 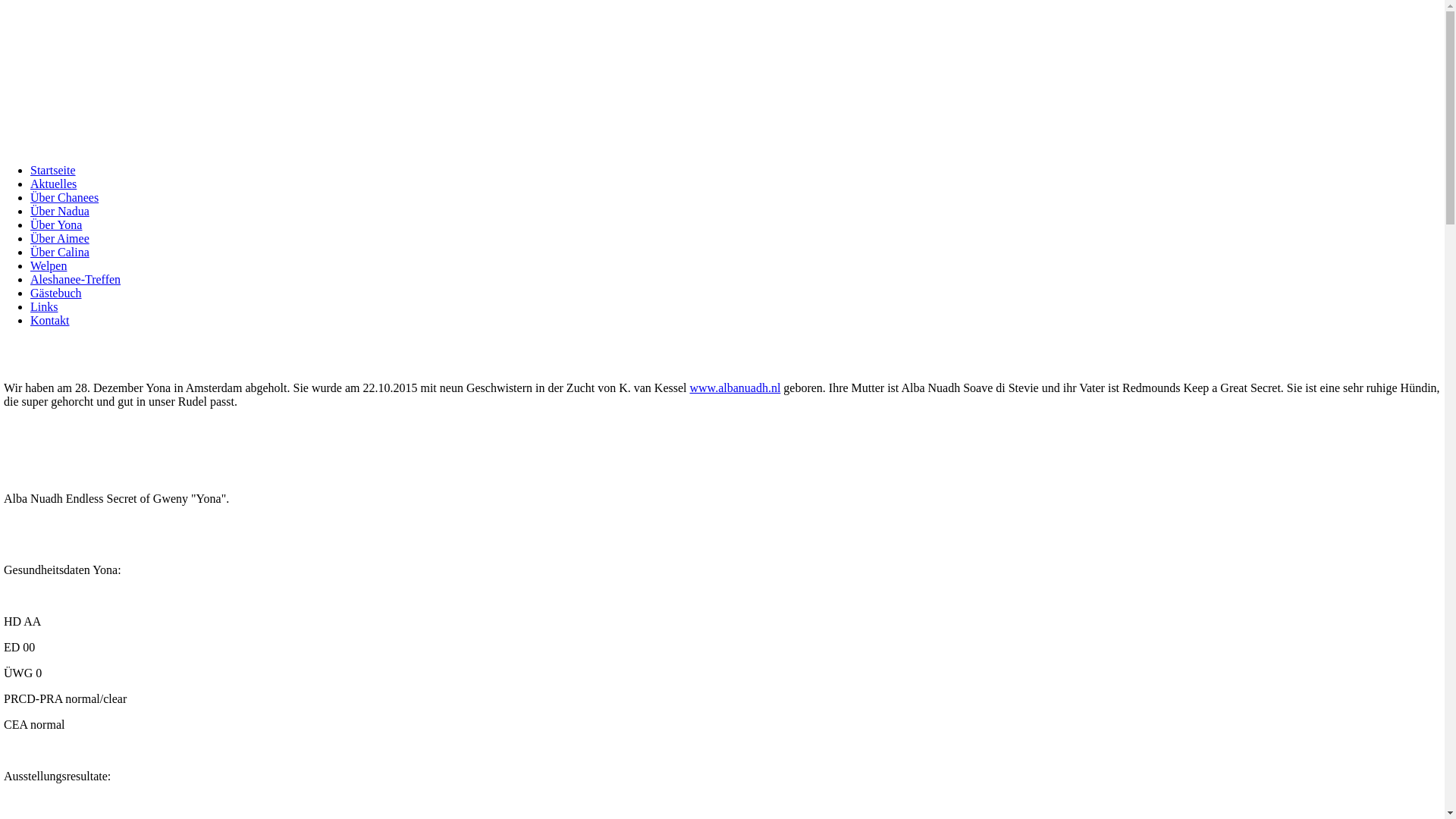 What do you see at coordinates (53, 170) in the screenshot?
I see `'Startseite'` at bounding box center [53, 170].